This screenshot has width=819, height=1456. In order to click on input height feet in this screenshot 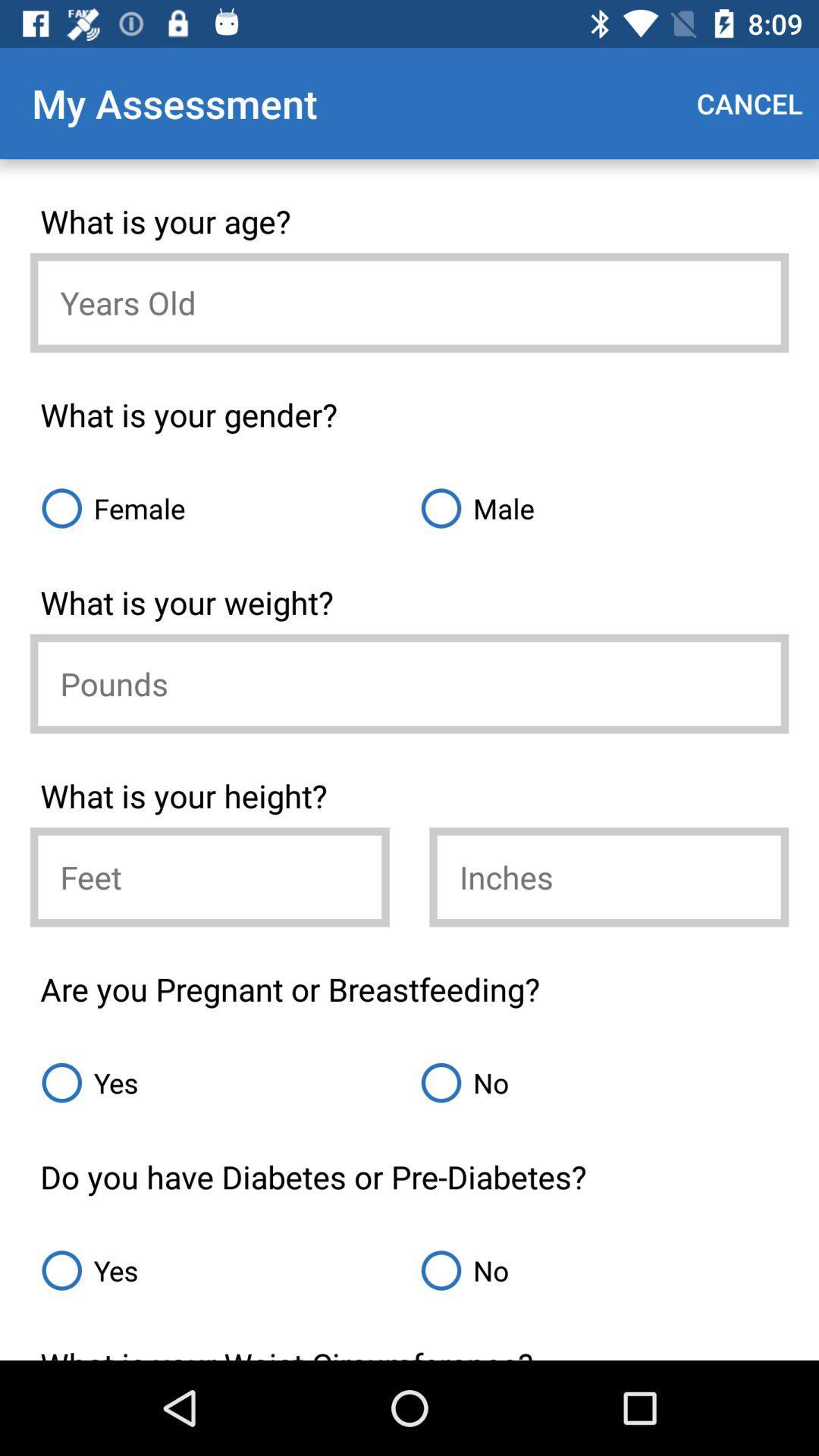, I will do `click(209, 877)`.